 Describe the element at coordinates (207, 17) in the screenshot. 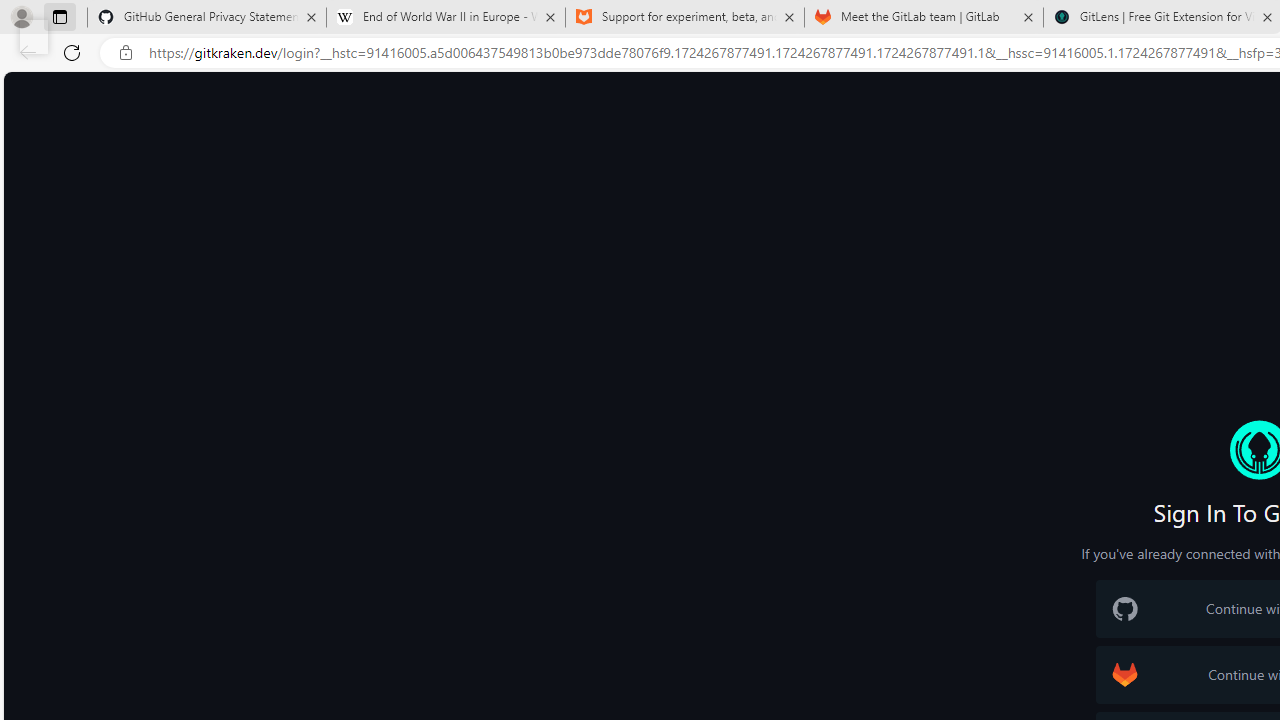

I see `'GitHub General Privacy Statement - GitHub Docs'` at that location.